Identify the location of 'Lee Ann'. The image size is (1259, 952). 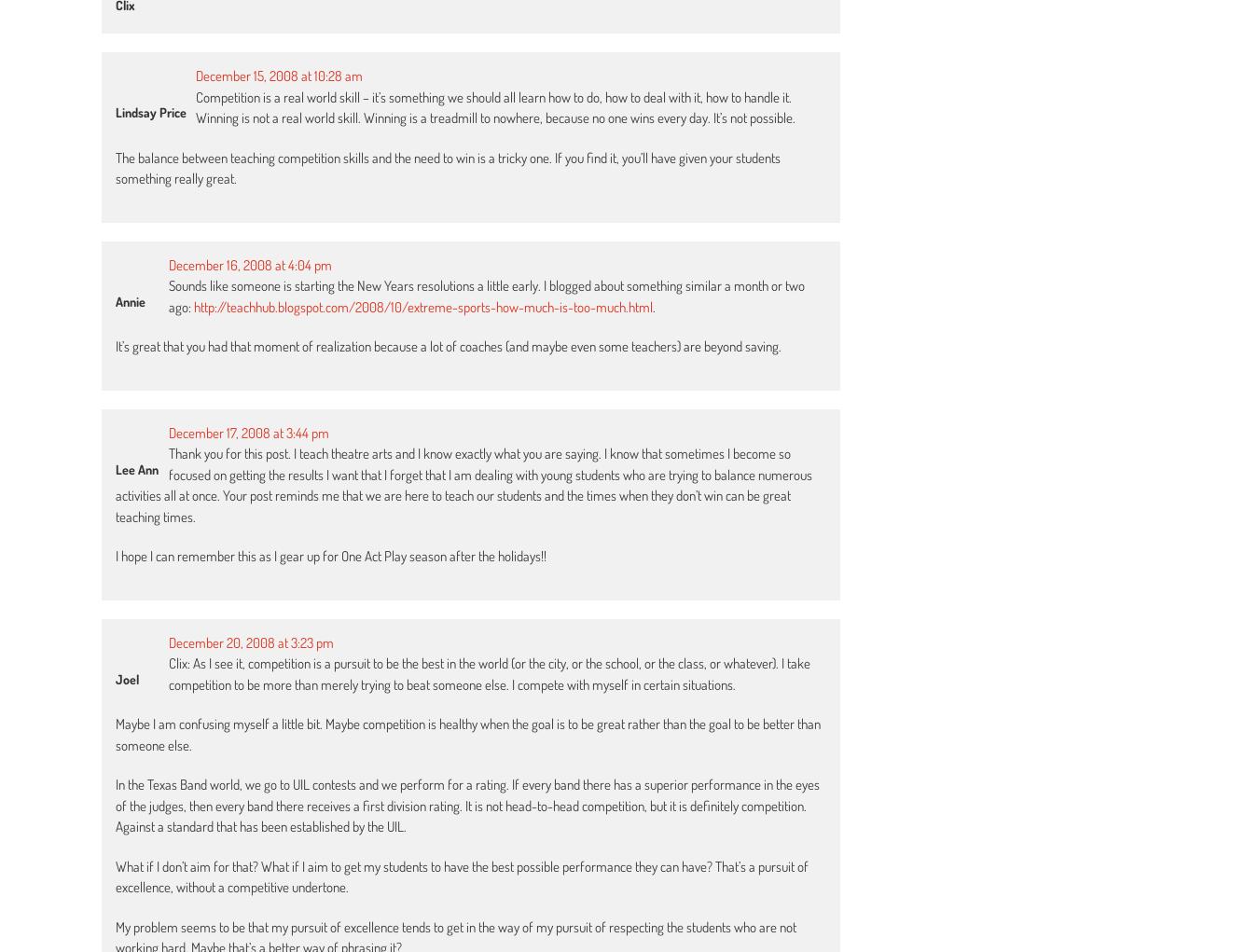
(137, 467).